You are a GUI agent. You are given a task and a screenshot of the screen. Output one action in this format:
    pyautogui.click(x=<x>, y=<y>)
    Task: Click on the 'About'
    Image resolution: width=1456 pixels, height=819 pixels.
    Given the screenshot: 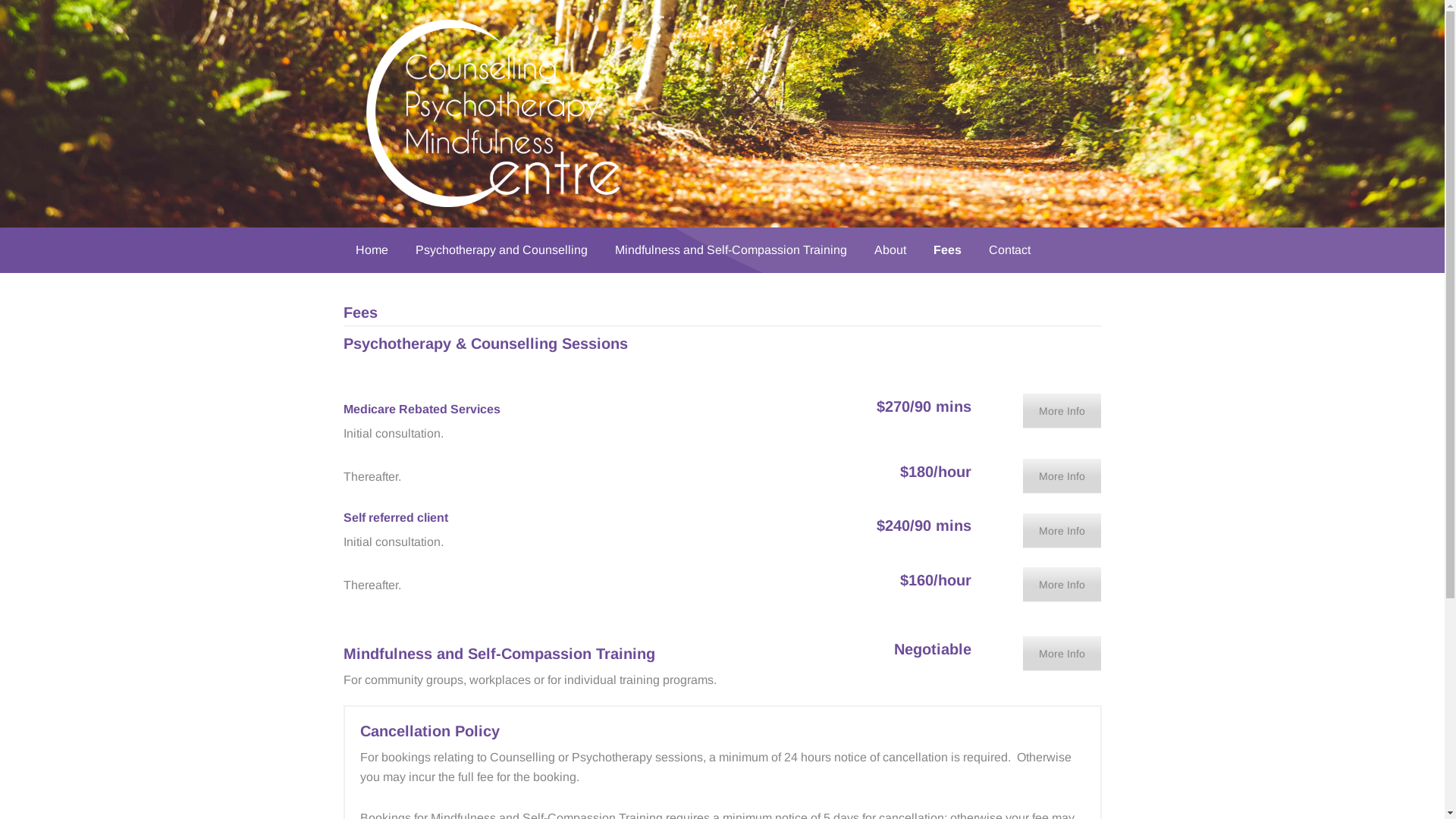 What is the action you would take?
    pyautogui.click(x=861, y=249)
    